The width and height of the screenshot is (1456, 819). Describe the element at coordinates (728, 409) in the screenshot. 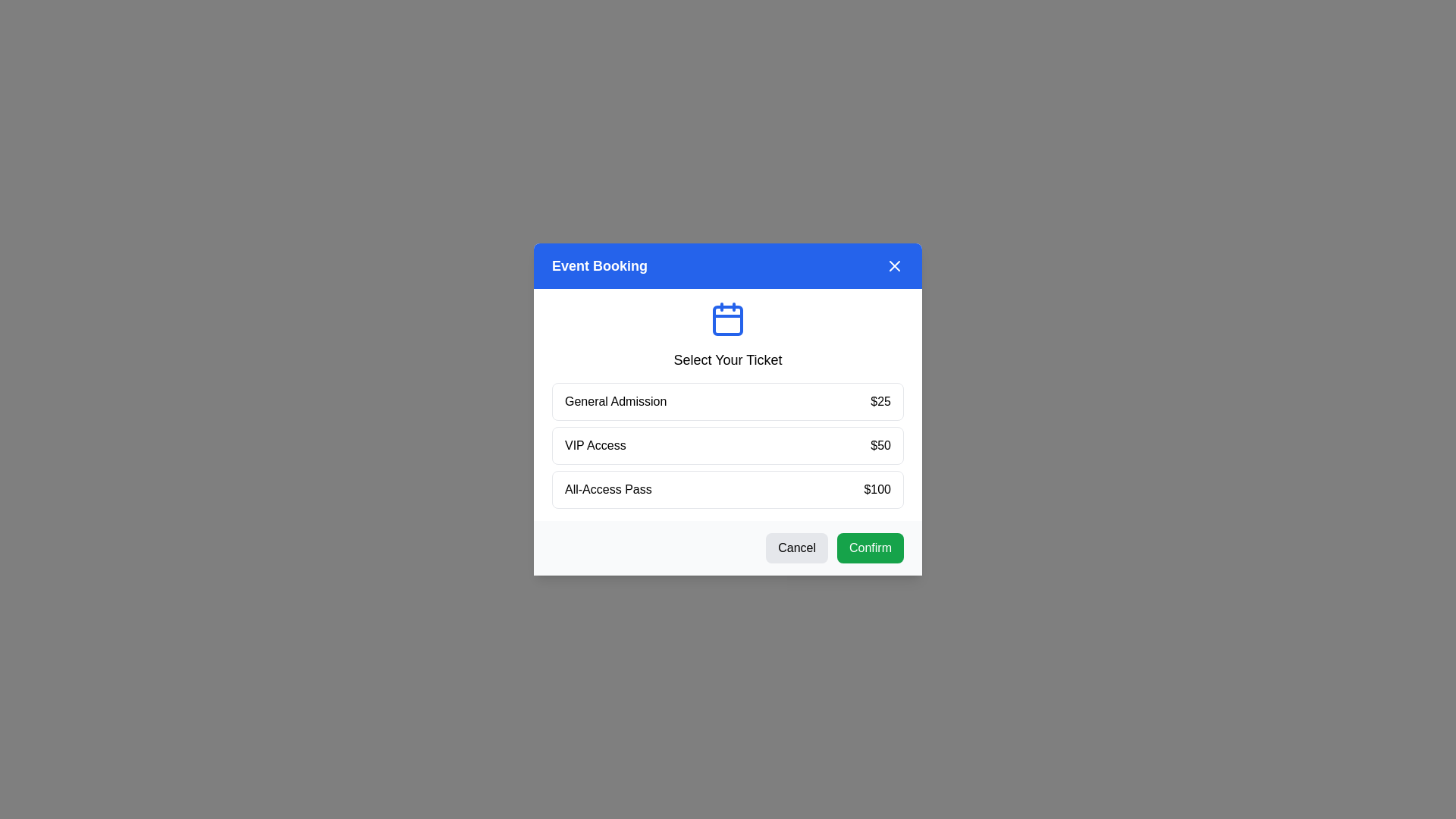

I see `the 'General Admission' selectable card in the 'Event Booking' dialog box` at that location.